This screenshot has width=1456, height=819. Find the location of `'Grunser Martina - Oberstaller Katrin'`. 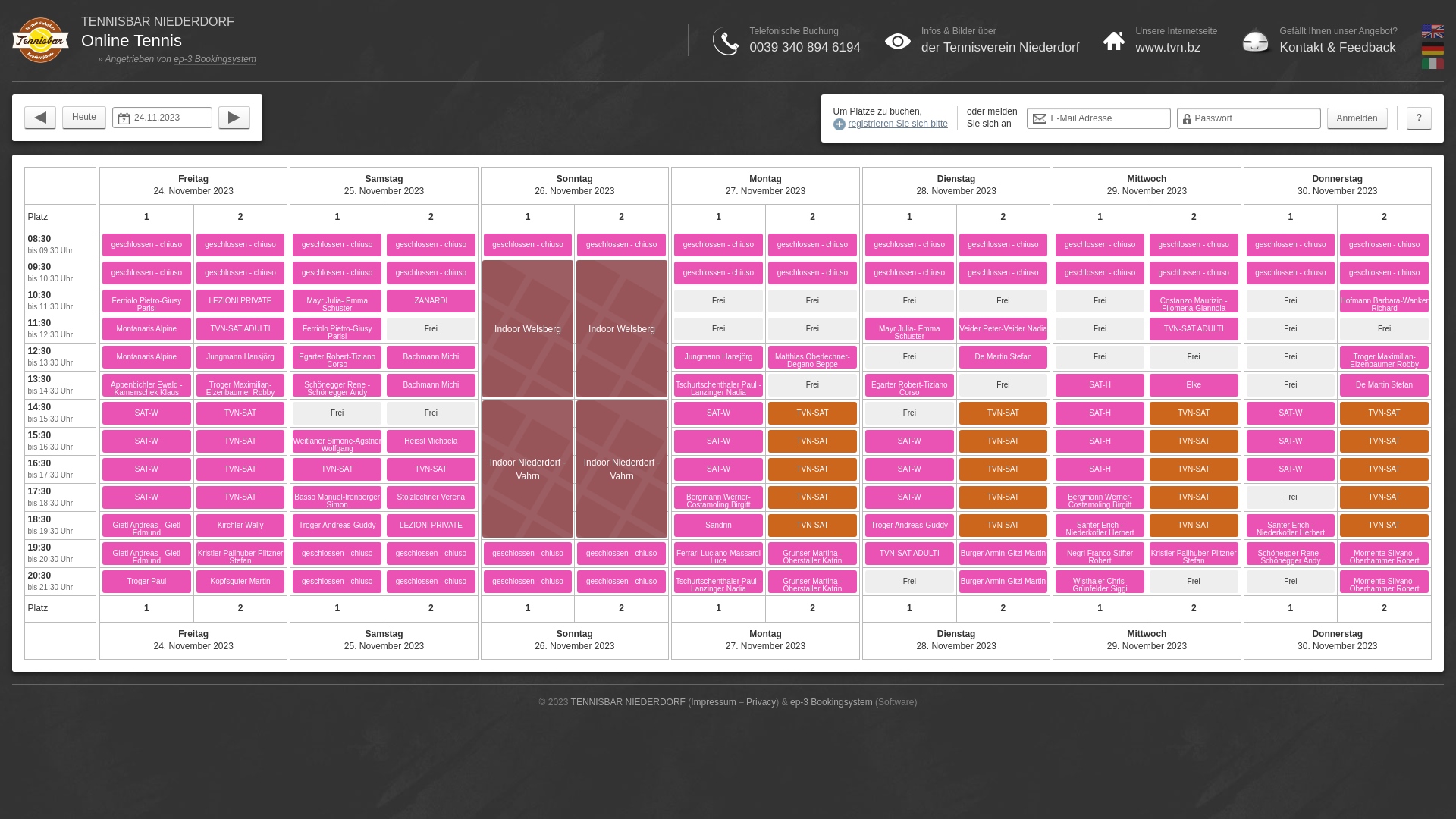

'Grunser Martina - Oberstaller Katrin' is located at coordinates (811, 581).